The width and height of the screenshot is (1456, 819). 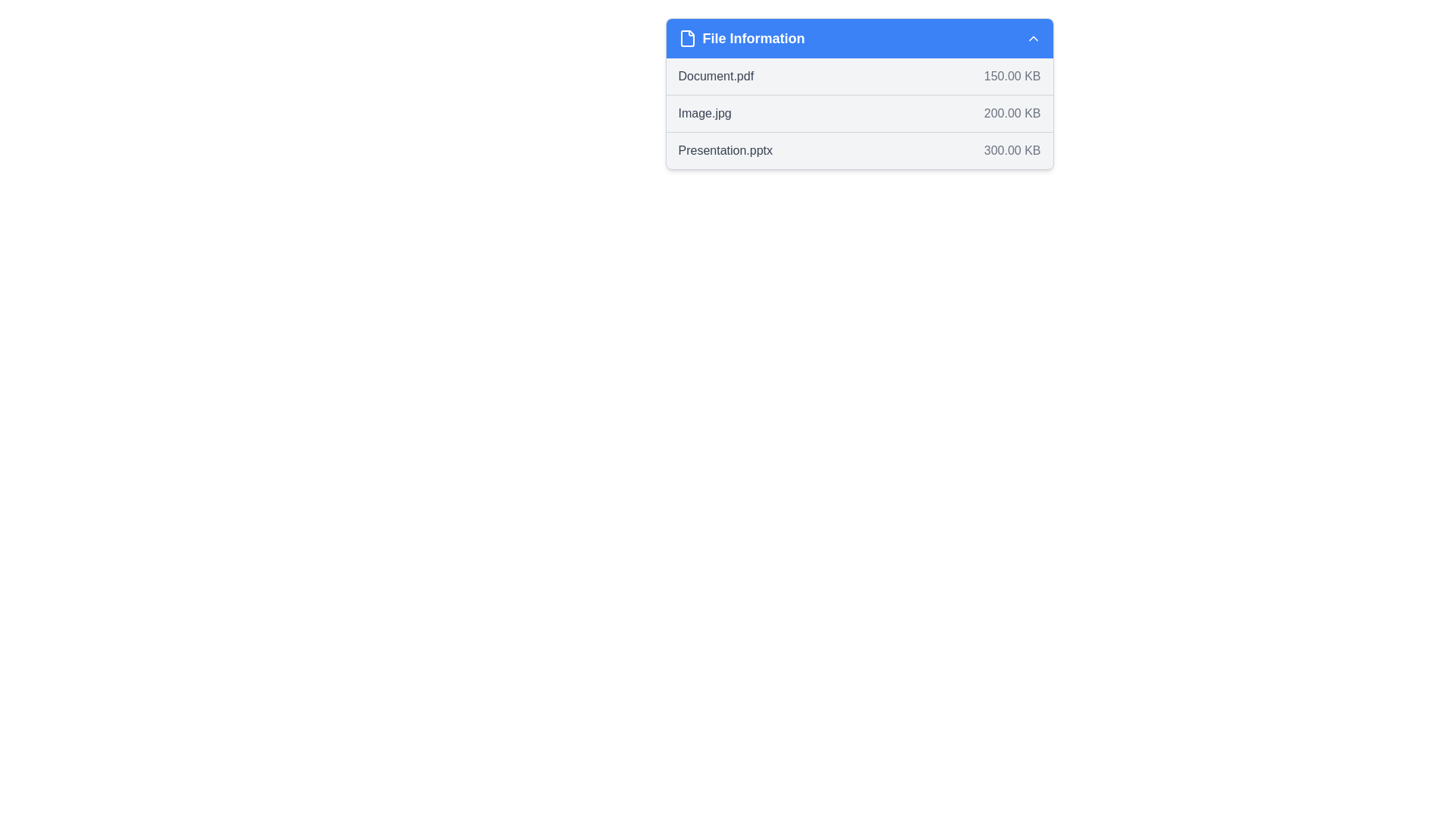 I want to click on the small file icon located on the left side of the header labeled 'File Information', so click(x=686, y=37).